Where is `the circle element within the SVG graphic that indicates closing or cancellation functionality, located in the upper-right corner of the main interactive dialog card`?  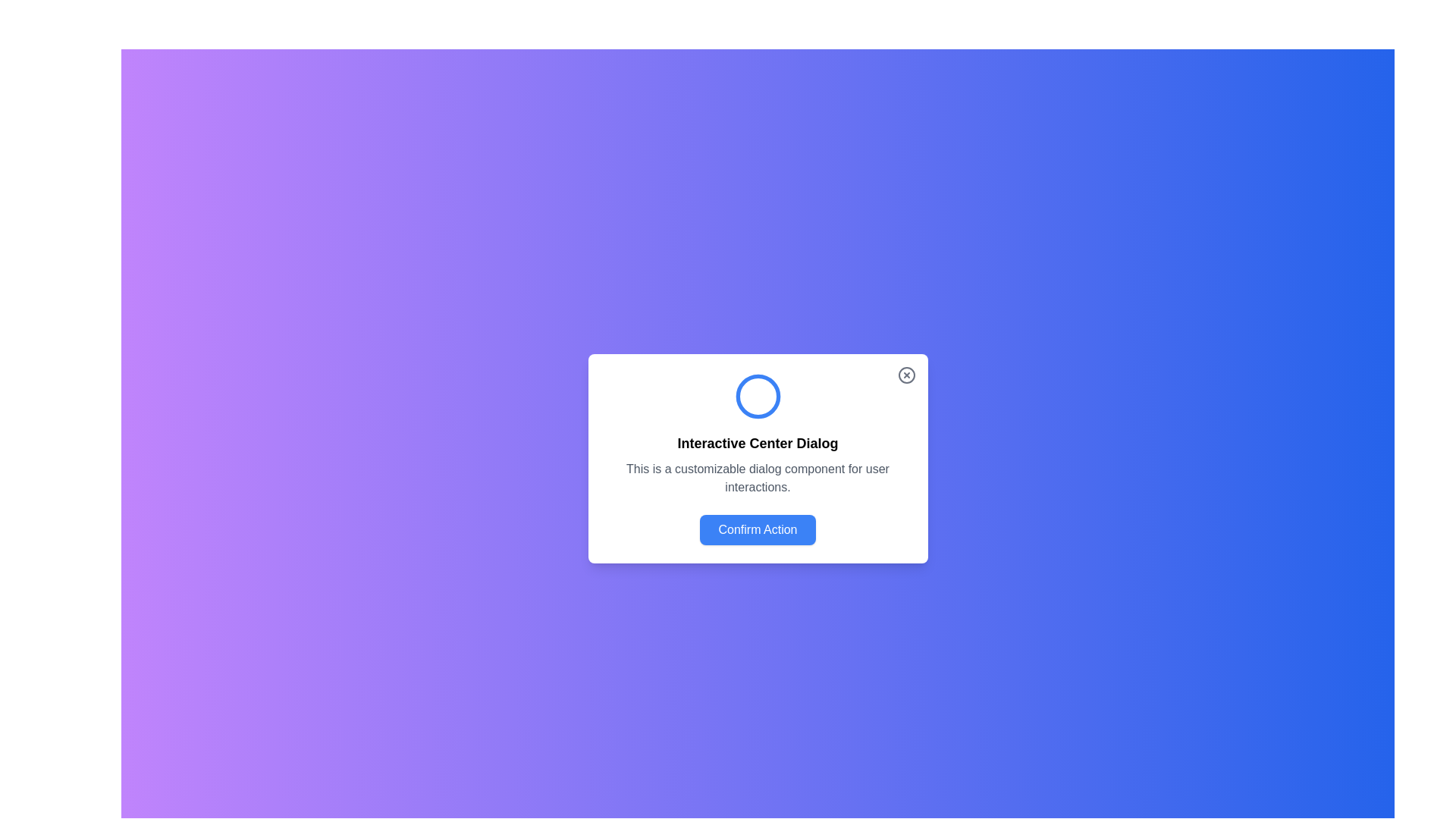 the circle element within the SVG graphic that indicates closing or cancellation functionality, located in the upper-right corner of the main interactive dialog card is located at coordinates (906, 375).